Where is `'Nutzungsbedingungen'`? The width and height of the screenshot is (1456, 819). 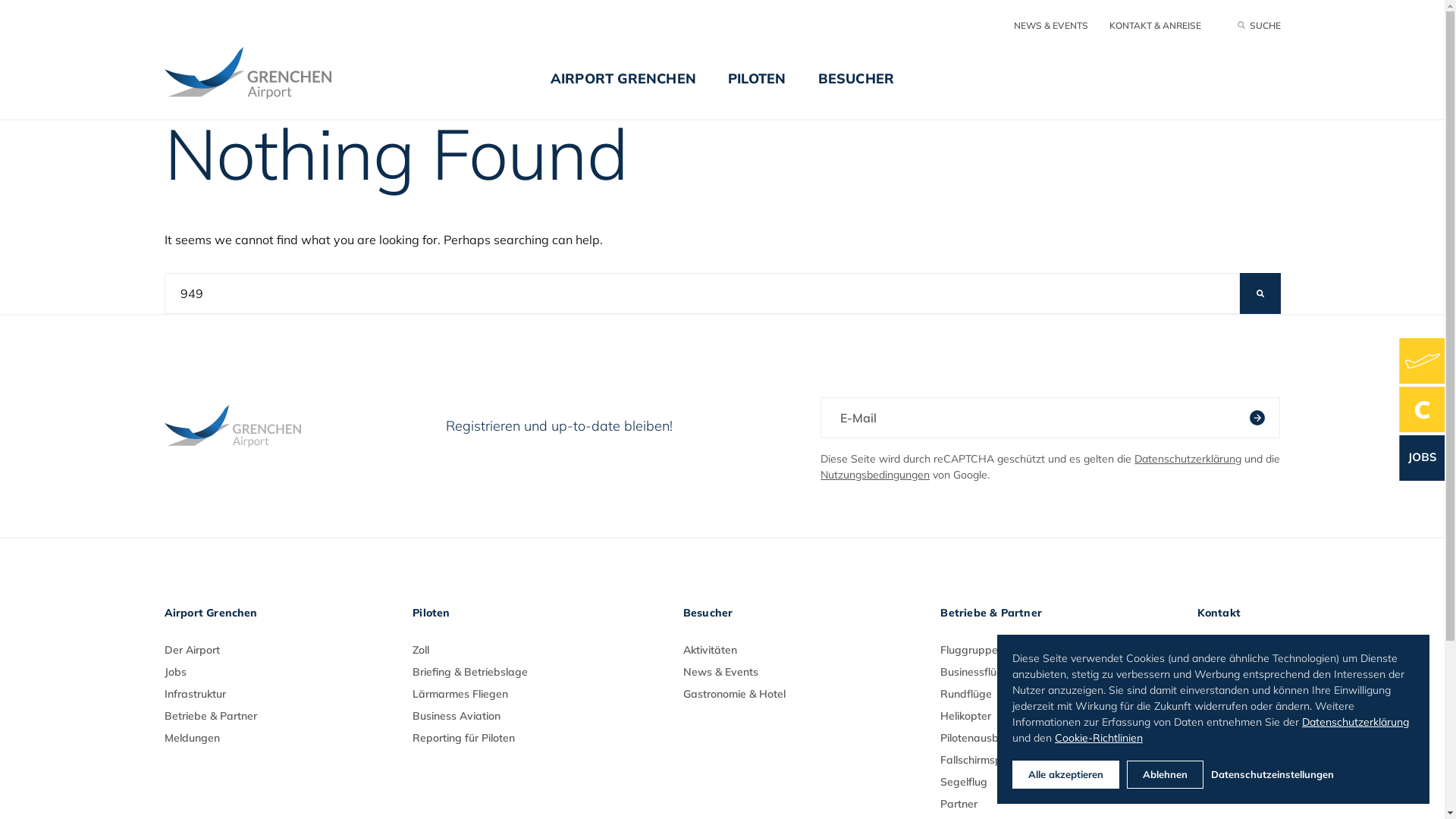 'Nutzungsbedingungen' is located at coordinates (819, 473).